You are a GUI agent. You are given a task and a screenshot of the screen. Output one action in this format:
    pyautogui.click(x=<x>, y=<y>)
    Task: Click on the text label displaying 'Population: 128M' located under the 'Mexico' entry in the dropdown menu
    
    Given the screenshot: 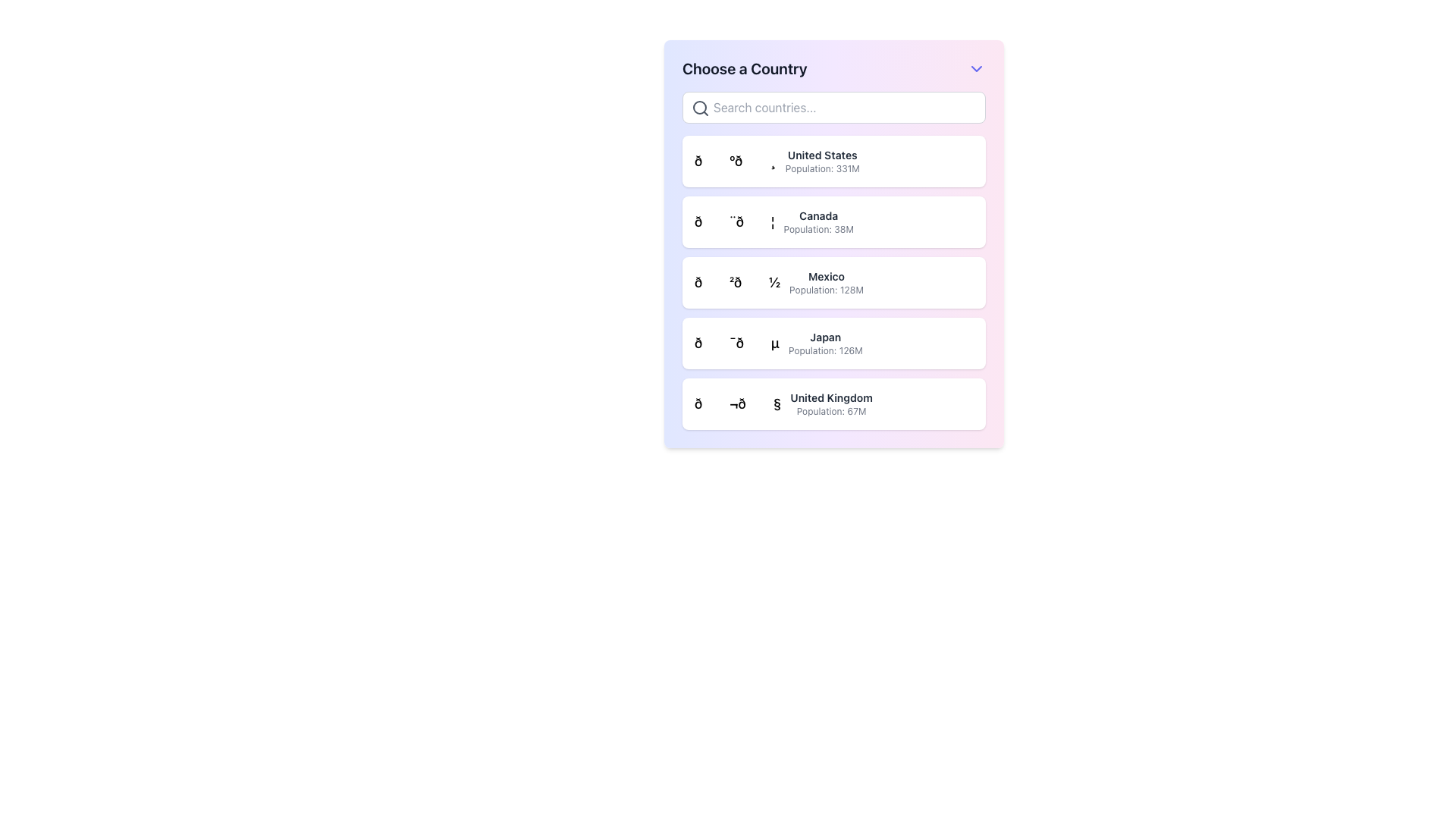 What is the action you would take?
    pyautogui.click(x=825, y=290)
    